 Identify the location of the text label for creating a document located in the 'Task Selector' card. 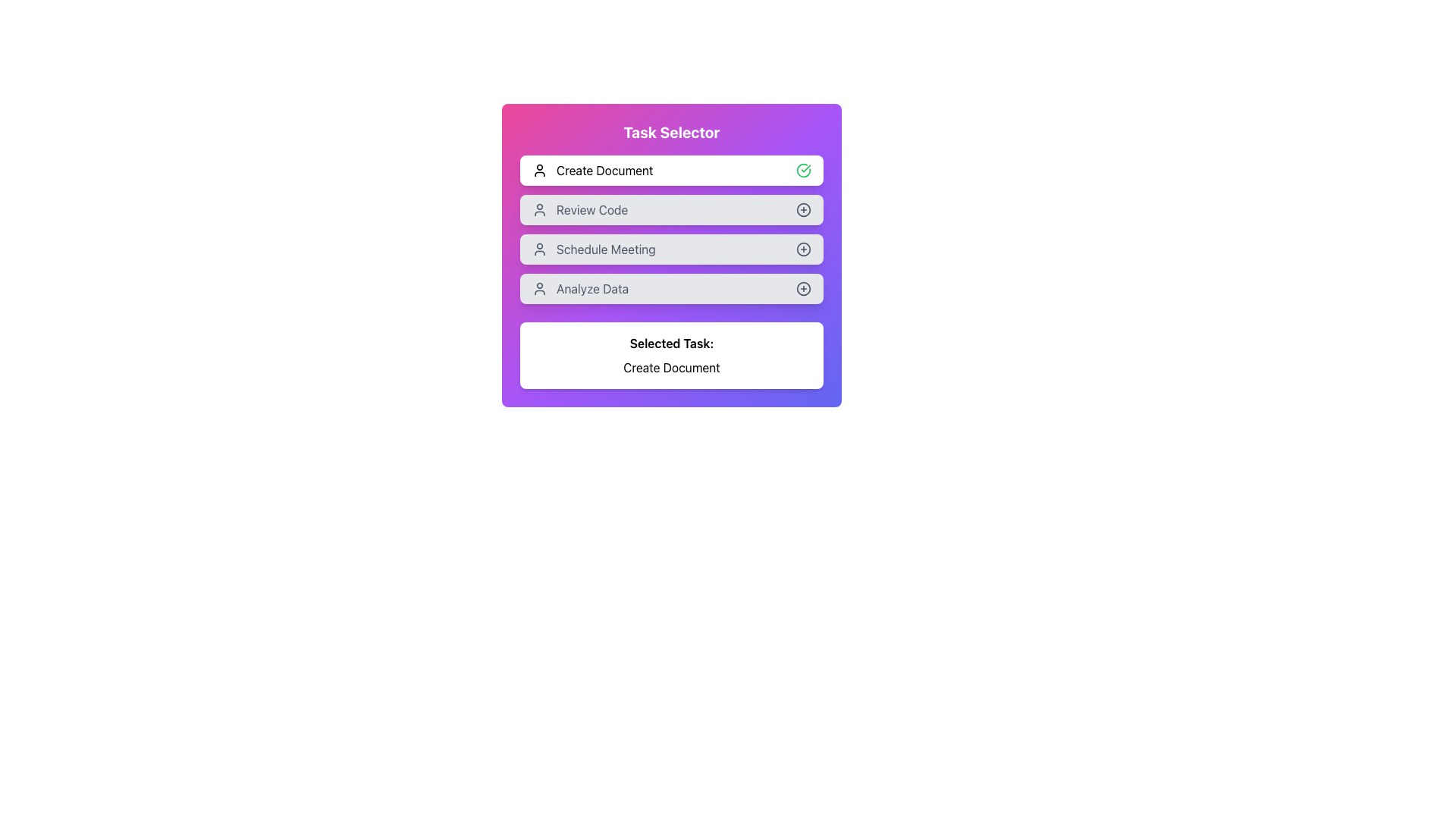
(591, 170).